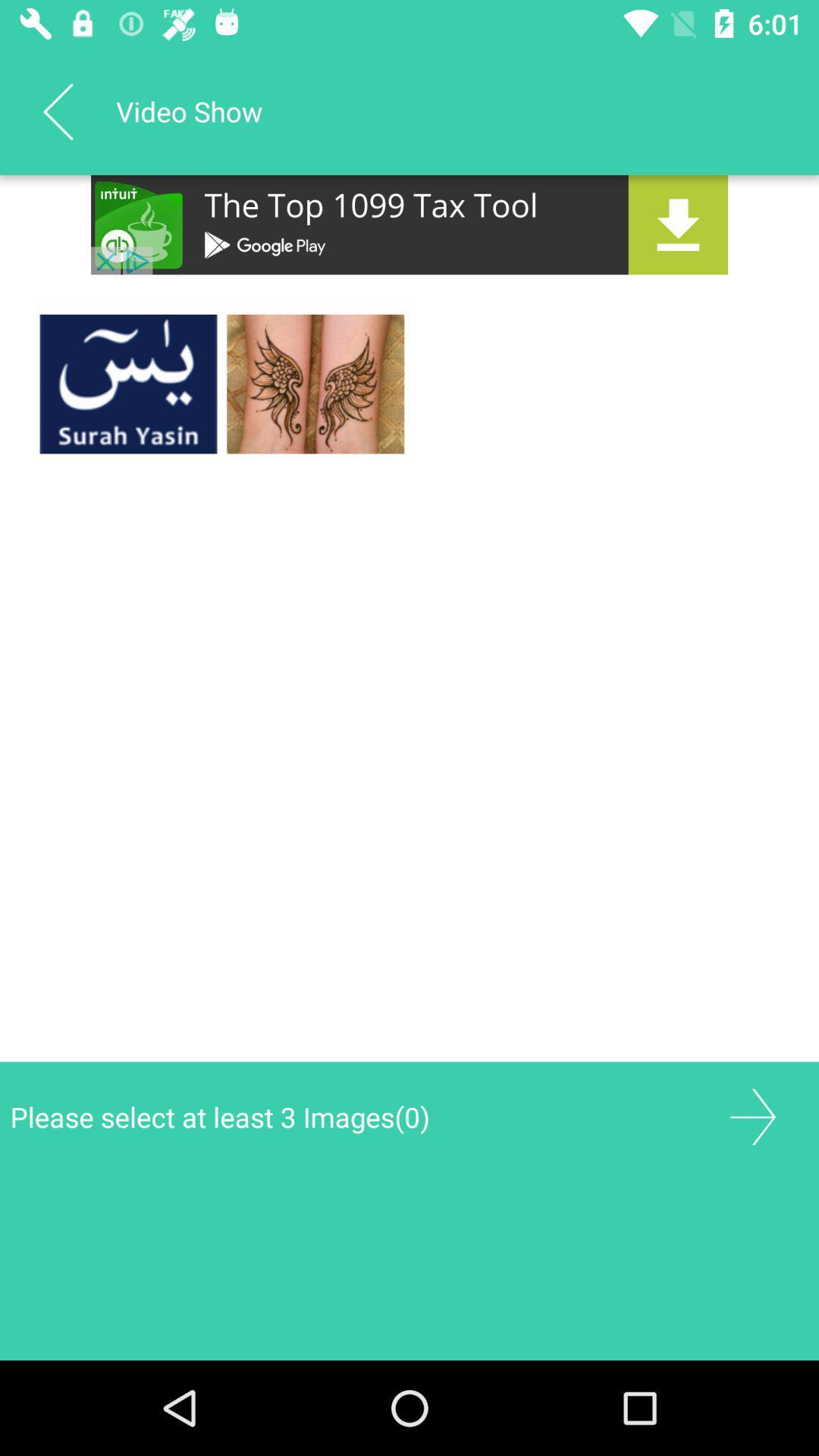 The image size is (819, 1456). I want to click on go back, so click(57, 111).